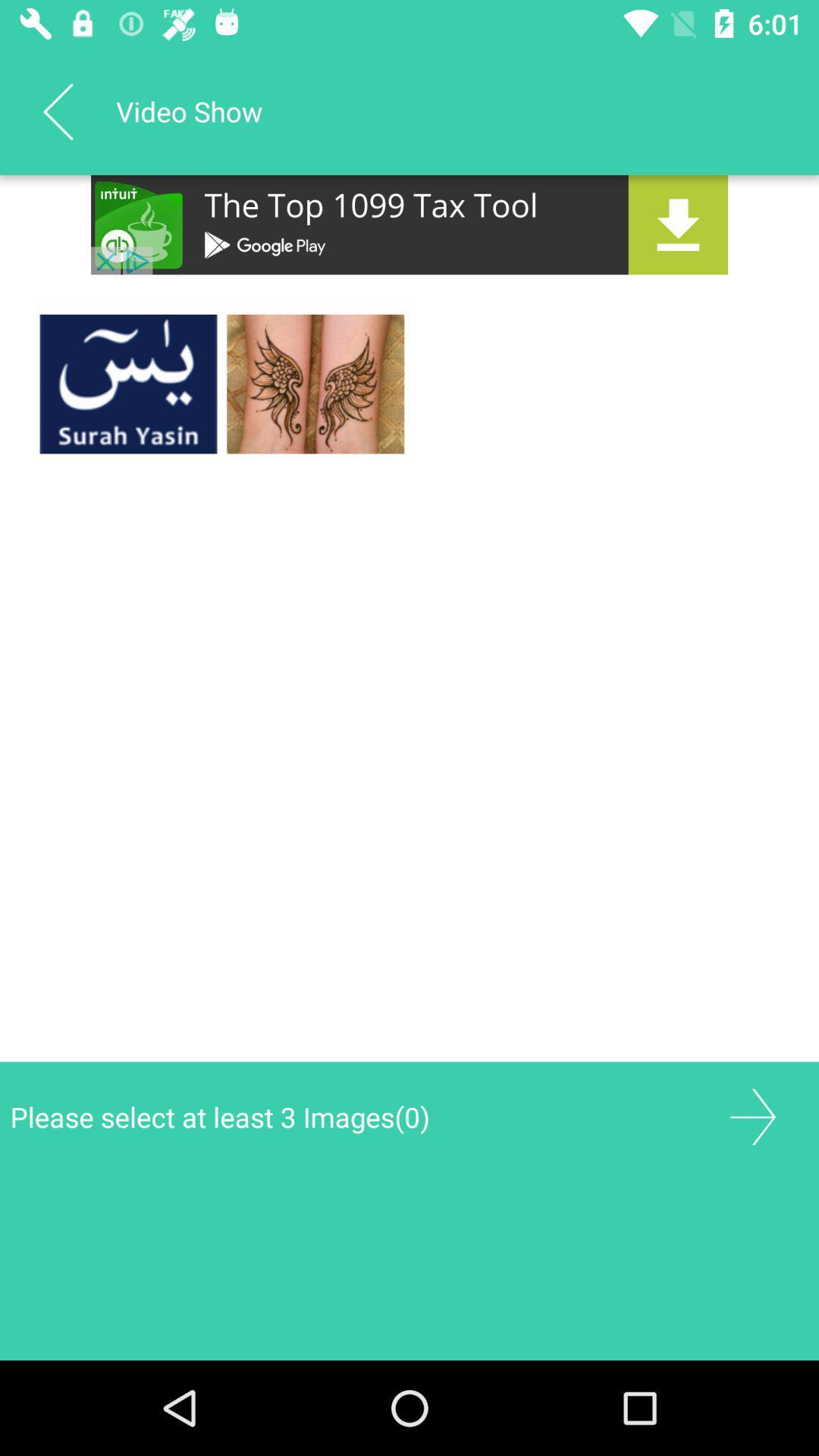 The image size is (819, 1456). I want to click on go back, so click(57, 111).